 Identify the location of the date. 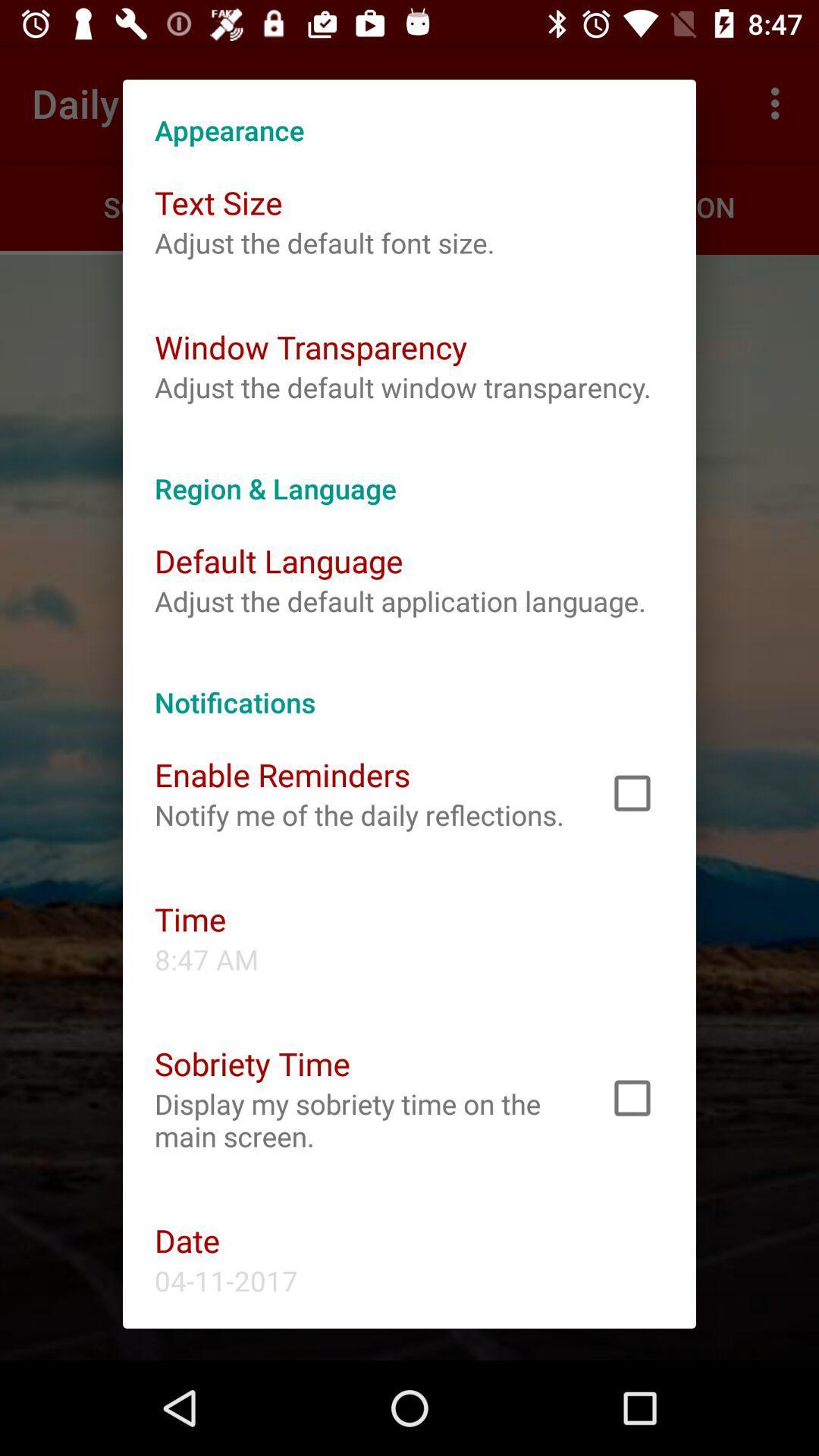
(187, 1240).